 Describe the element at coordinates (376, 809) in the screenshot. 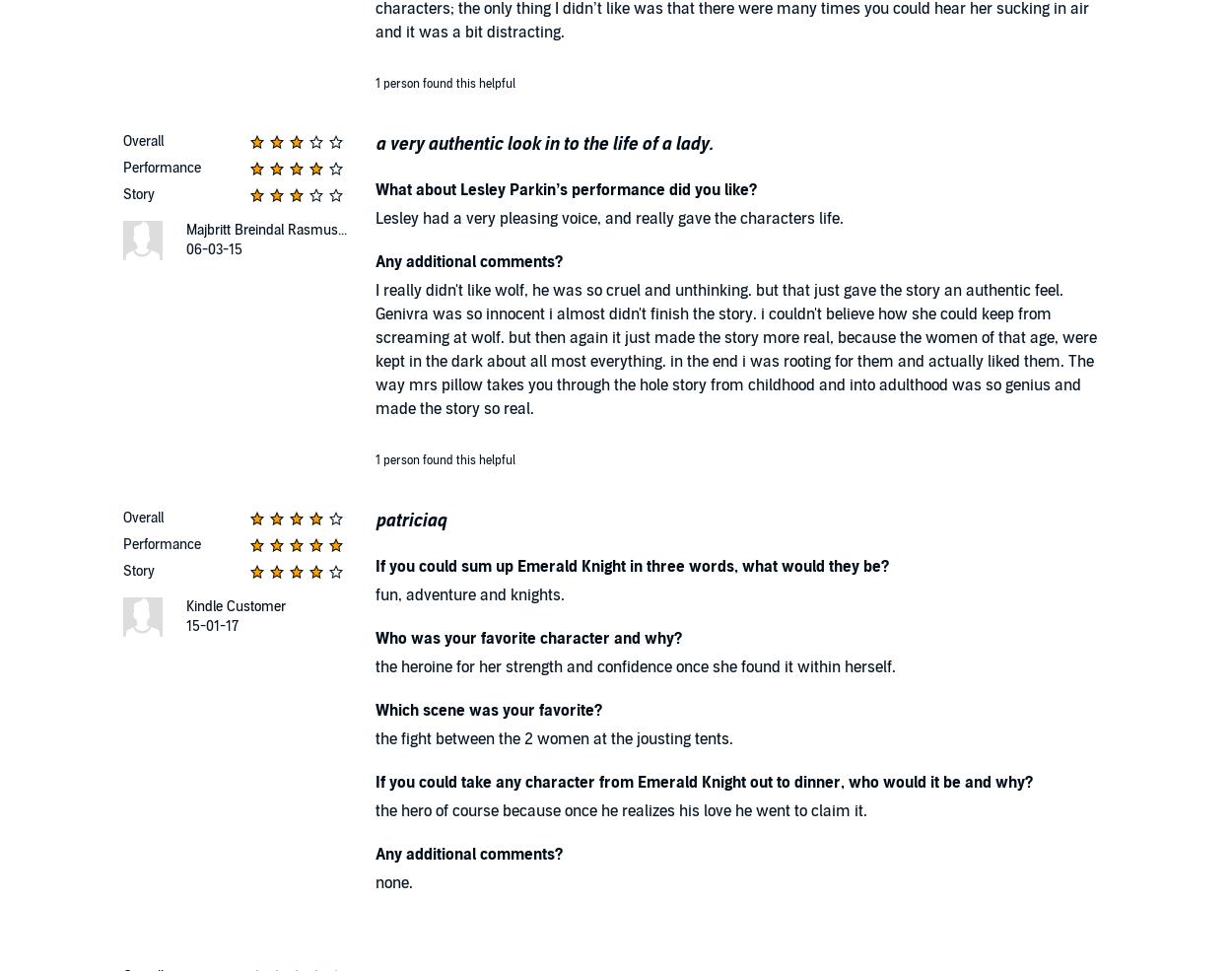

I see `'the hero of course because once he realizes his love he went to claim it.'` at that location.